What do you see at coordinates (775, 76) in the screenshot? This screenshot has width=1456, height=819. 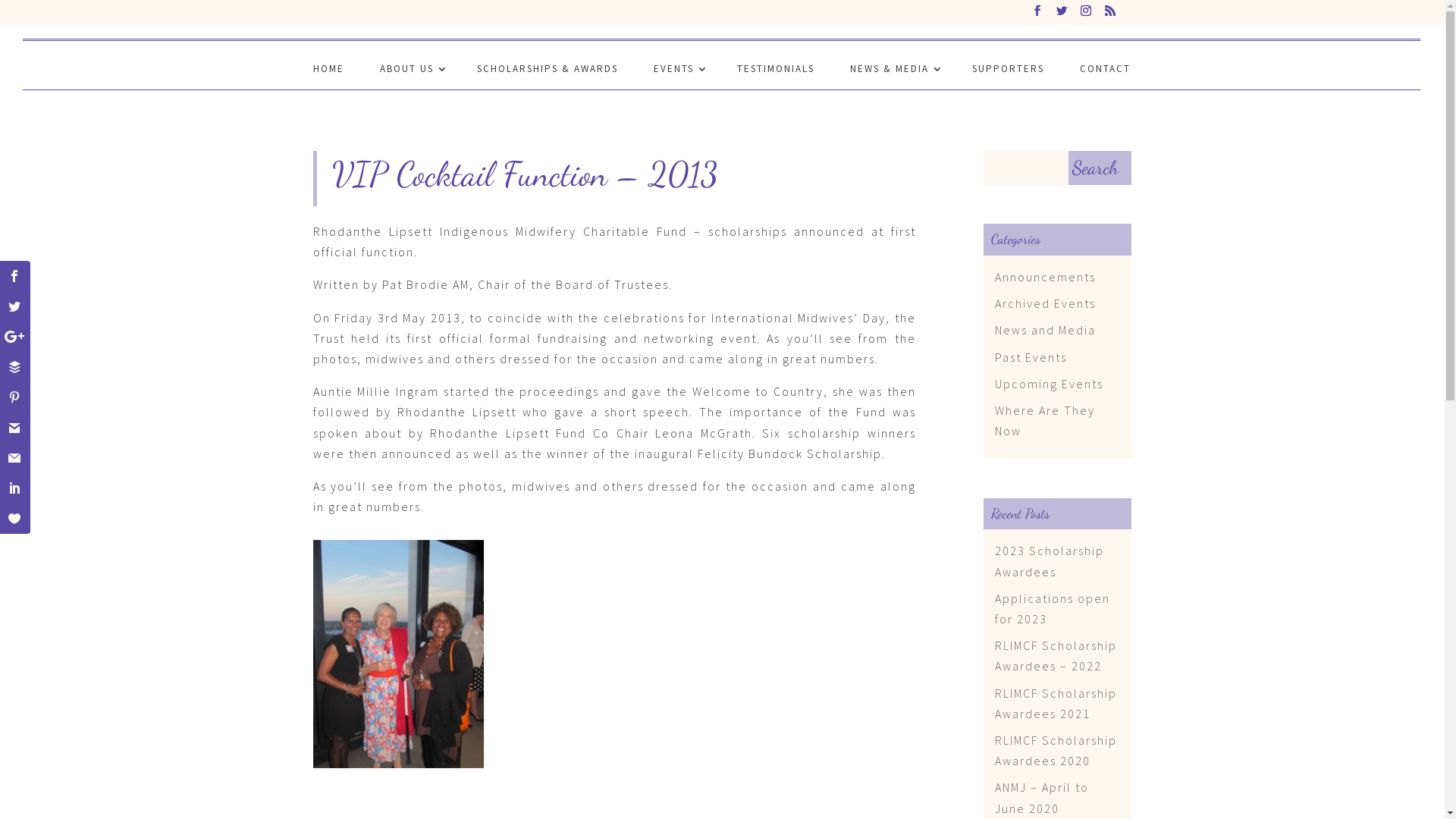 I see `'TESTIMONIALS'` at bounding box center [775, 76].